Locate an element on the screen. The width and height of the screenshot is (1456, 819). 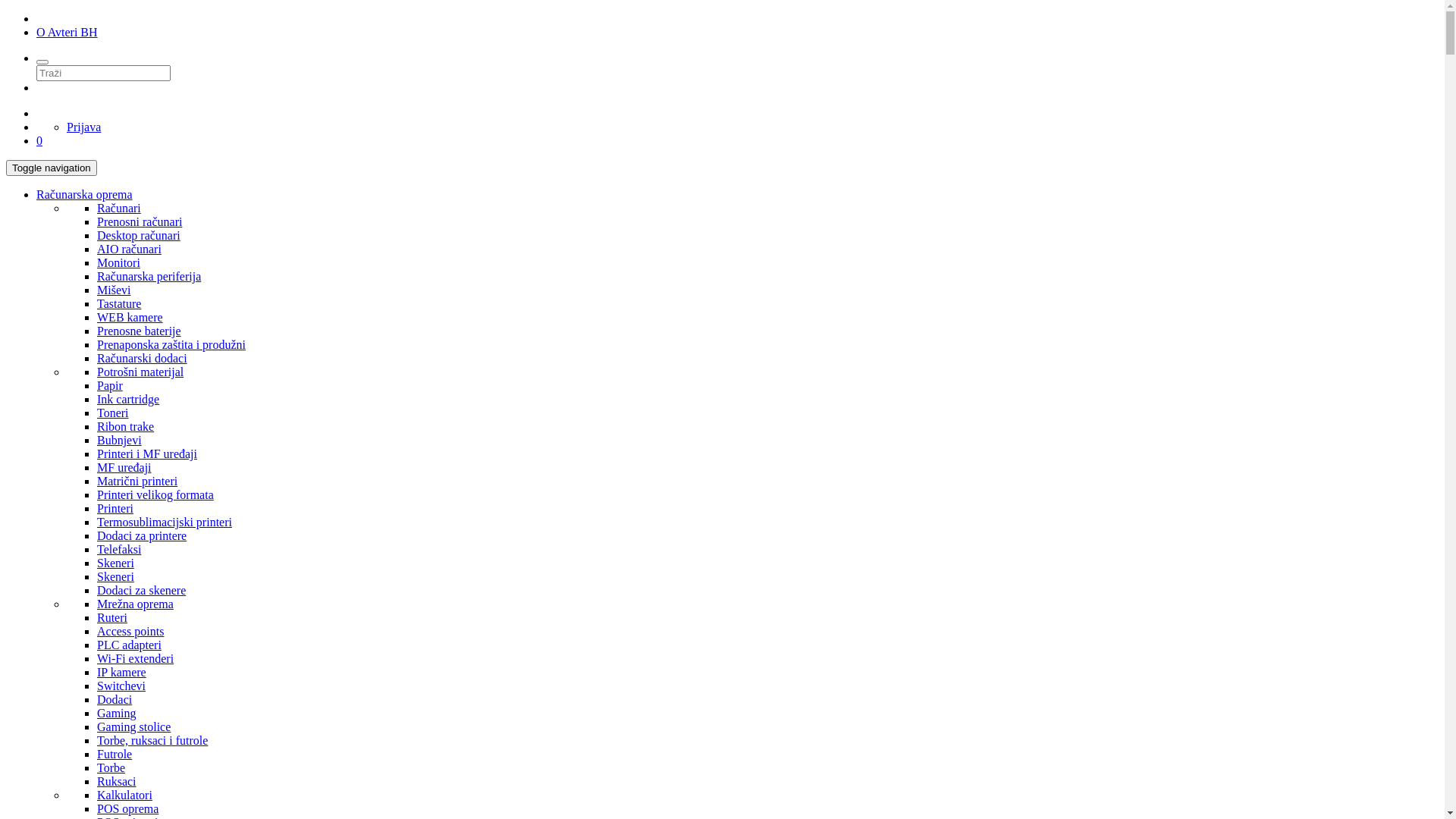
'Skeneri' is located at coordinates (115, 563).